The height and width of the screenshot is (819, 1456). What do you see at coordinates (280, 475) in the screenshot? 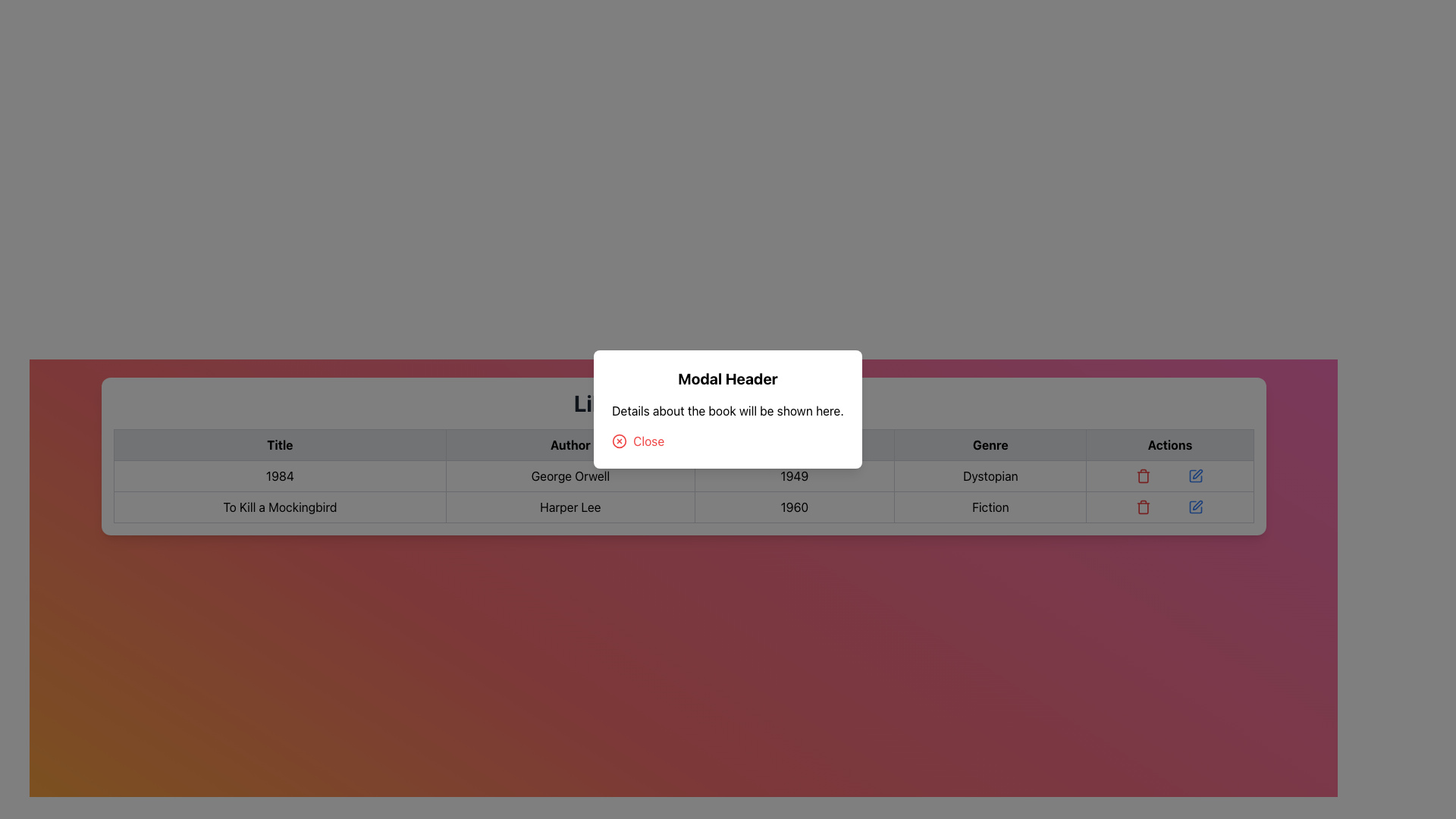
I see `the Static Text Cell displaying the book title '1984' by George Orwell in the first column of the table under the 'Title' header` at bounding box center [280, 475].